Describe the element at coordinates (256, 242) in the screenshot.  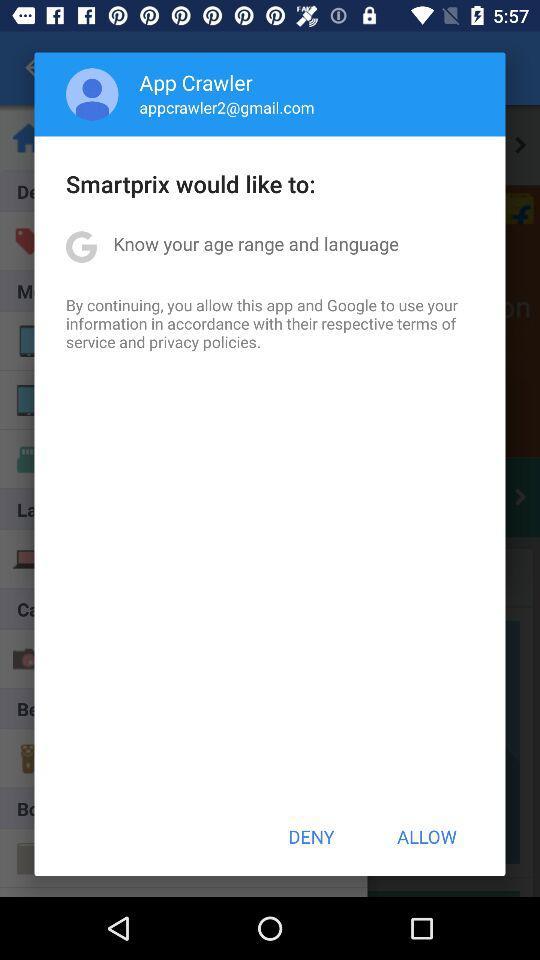
I see `icon below smartprix would like app` at that location.